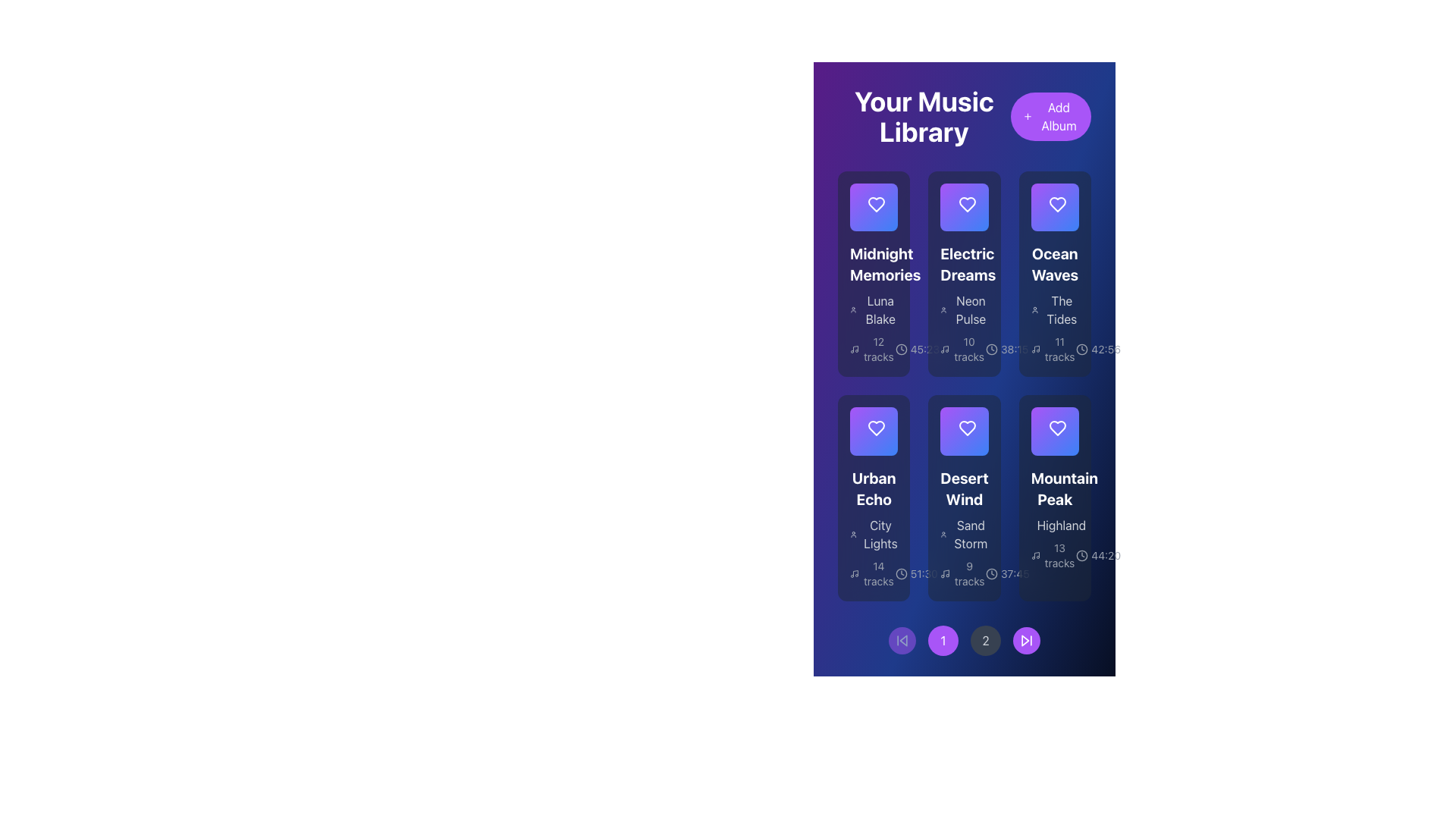 This screenshot has width=1456, height=819. Describe the element at coordinates (874, 431) in the screenshot. I see `the interactive heart button with a white background and purple outlined icon located in the 'Urban Echo' card of the music library interface` at that location.